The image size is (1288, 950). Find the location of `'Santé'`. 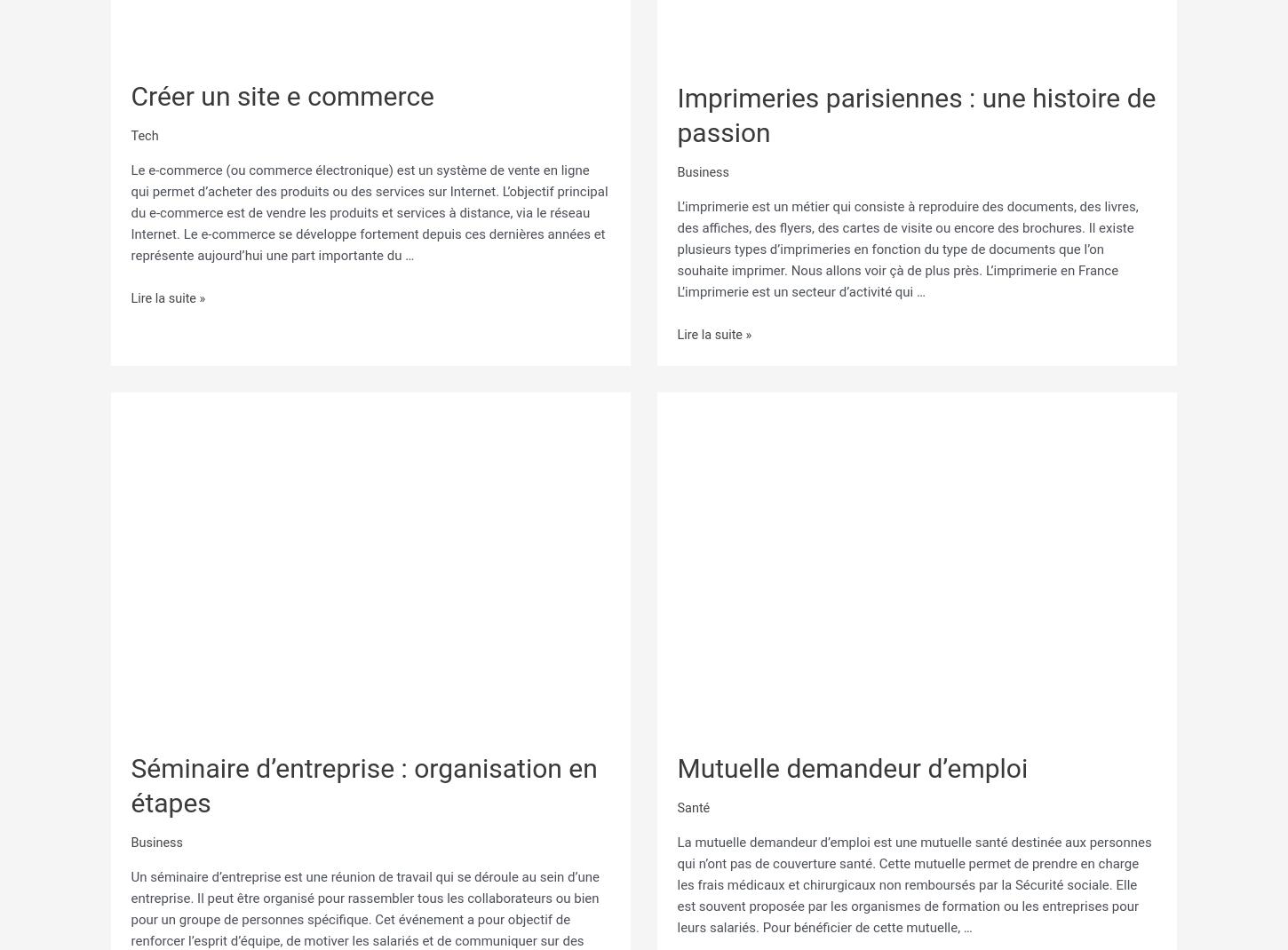

'Santé' is located at coordinates (693, 800).